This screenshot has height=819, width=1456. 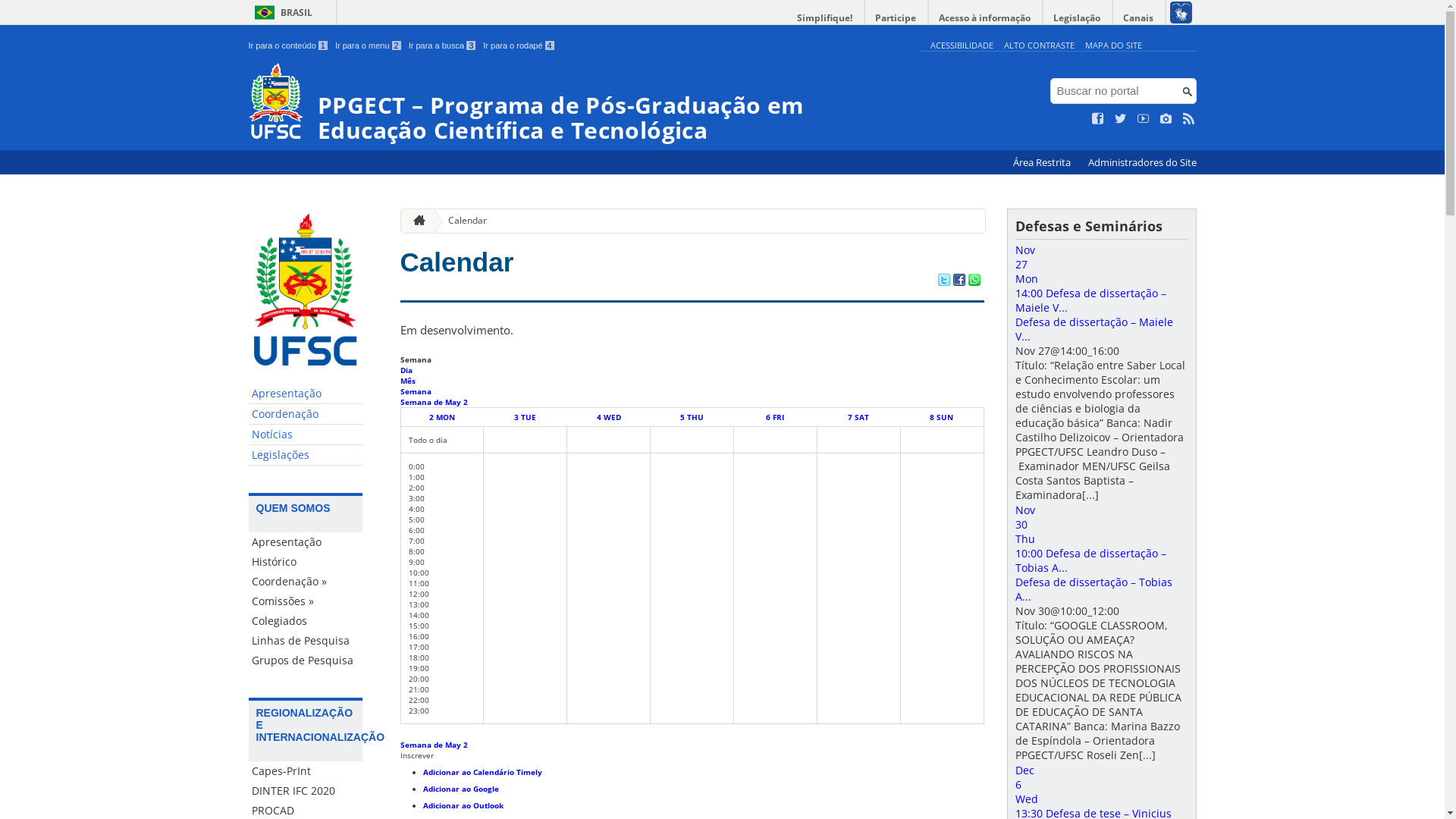 I want to click on '8 SUN', so click(x=940, y=417).